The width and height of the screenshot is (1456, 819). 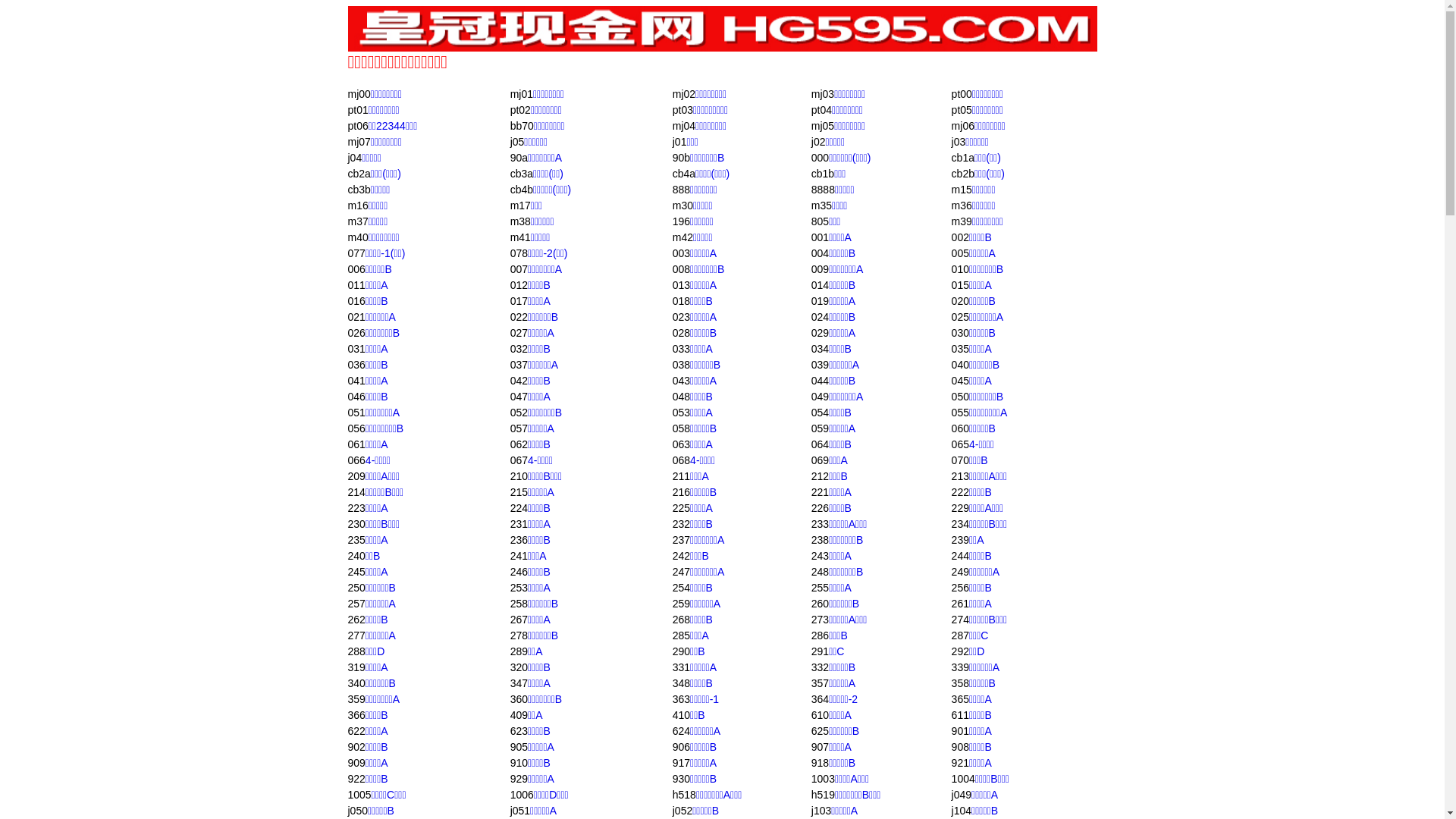 I want to click on '289', so click(x=519, y=651).